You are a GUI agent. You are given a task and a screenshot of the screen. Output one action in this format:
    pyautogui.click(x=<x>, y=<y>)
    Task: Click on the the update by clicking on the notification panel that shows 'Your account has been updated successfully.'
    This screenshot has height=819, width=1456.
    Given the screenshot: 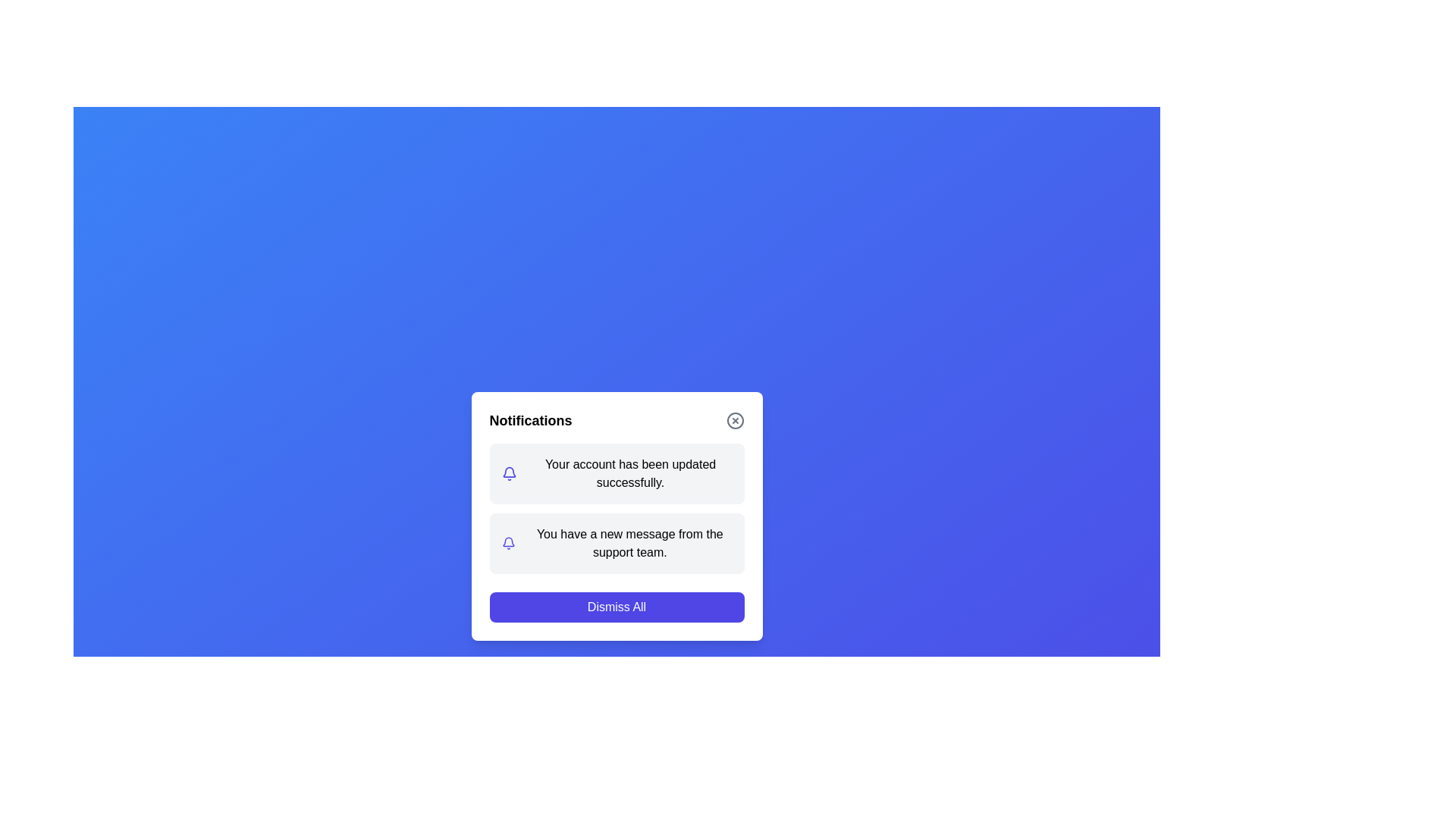 What is the action you would take?
    pyautogui.click(x=617, y=472)
    